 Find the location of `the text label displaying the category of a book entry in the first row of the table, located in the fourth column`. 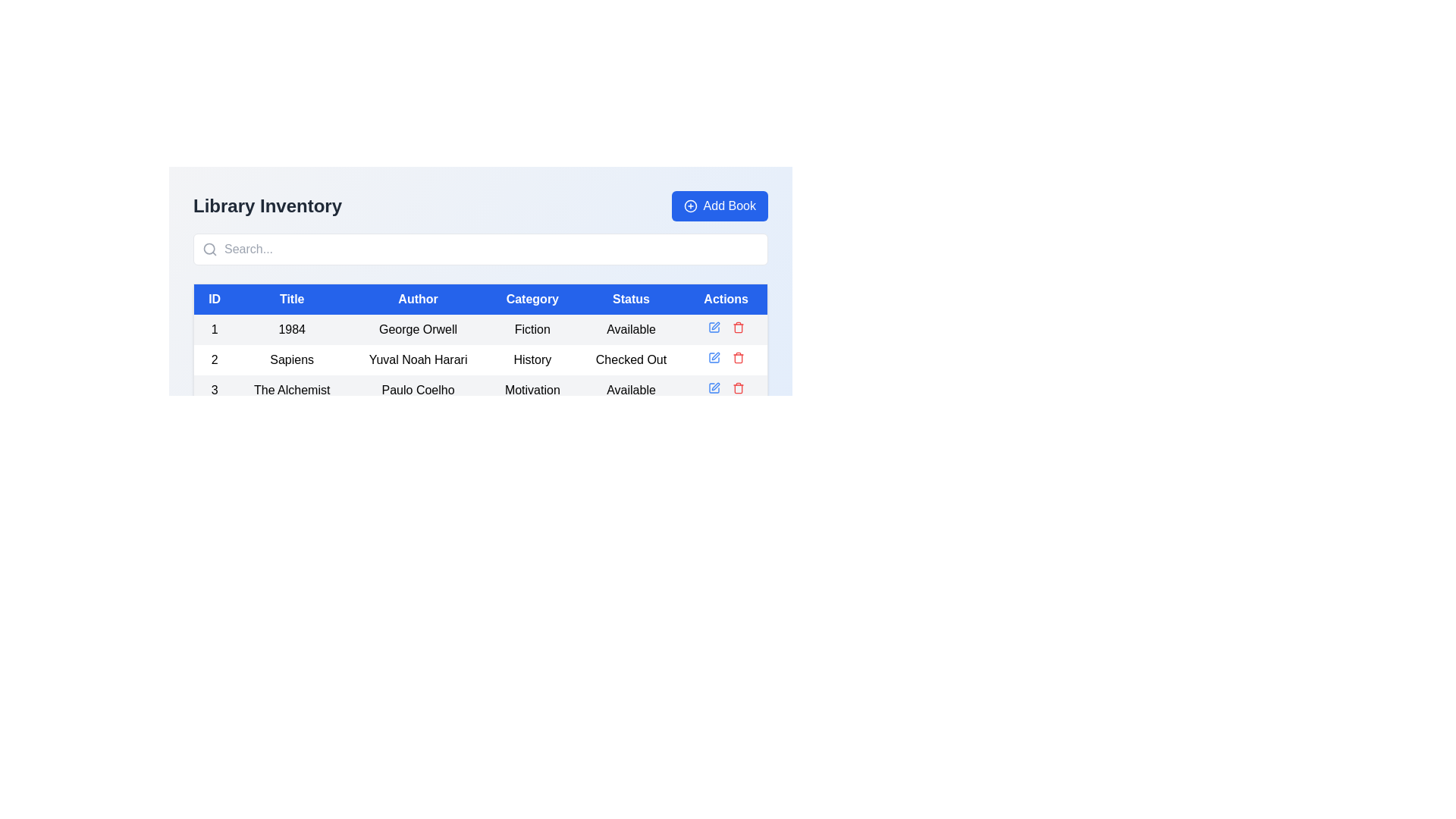

the text label displaying the category of a book entry in the first row of the table, located in the fourth column is located at coordinates (532, 329).